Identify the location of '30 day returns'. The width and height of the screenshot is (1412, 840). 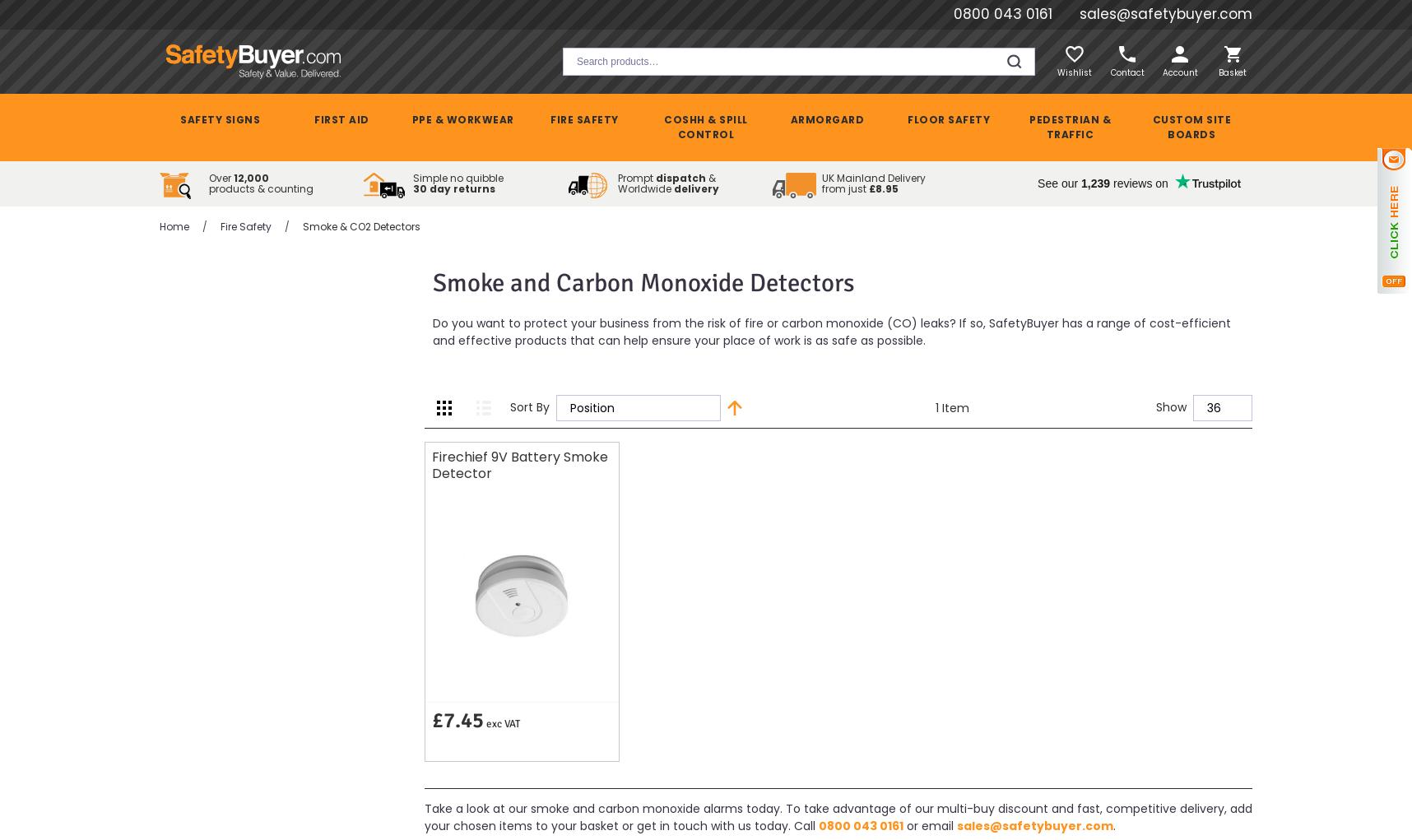
(411, 188).